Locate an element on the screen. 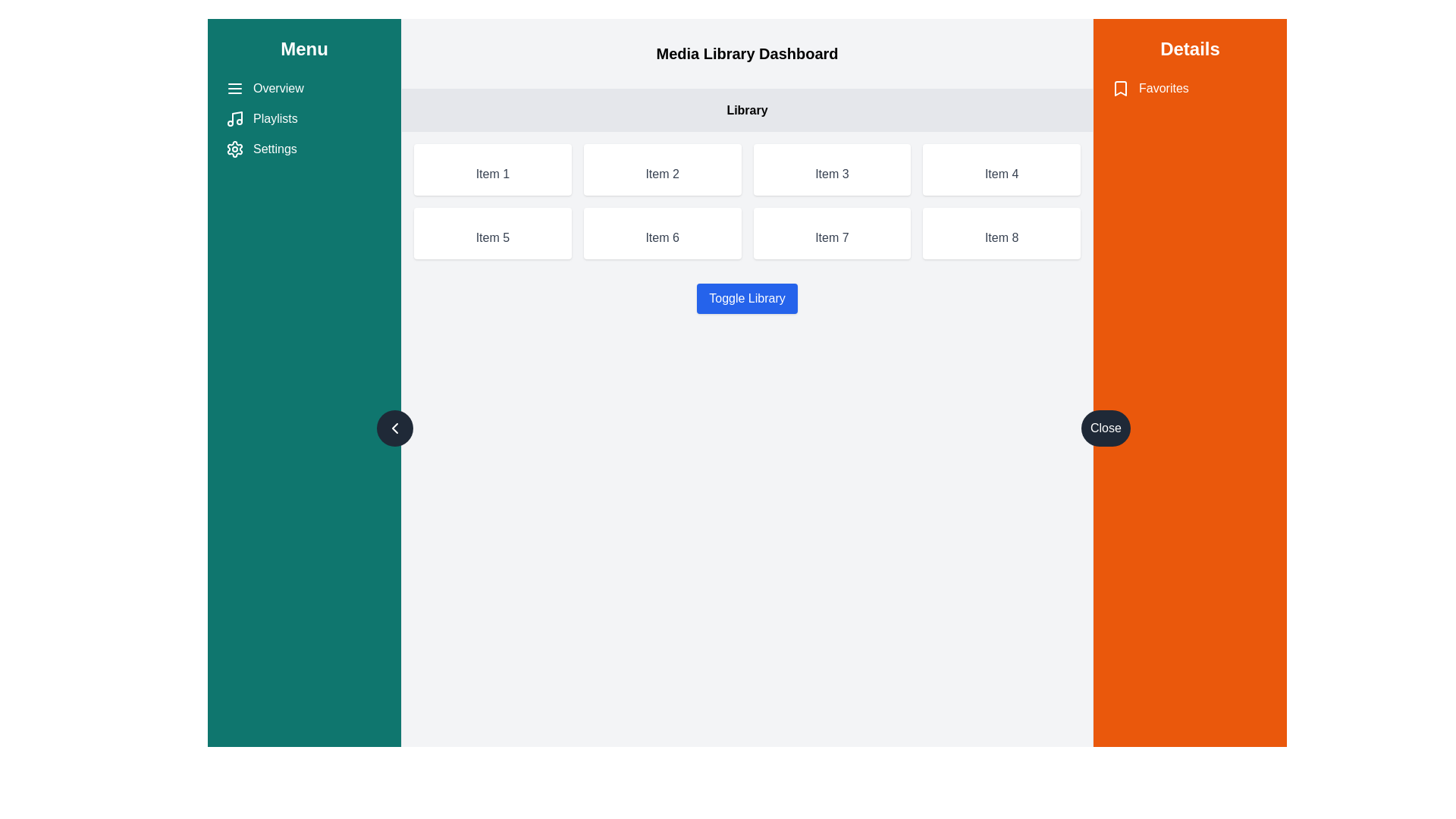  the first static card in the grid layout of items labeled 'Item 1', which is located in the top-left corner of the grid within the 'Library' section is located at coordinates (492, 169).